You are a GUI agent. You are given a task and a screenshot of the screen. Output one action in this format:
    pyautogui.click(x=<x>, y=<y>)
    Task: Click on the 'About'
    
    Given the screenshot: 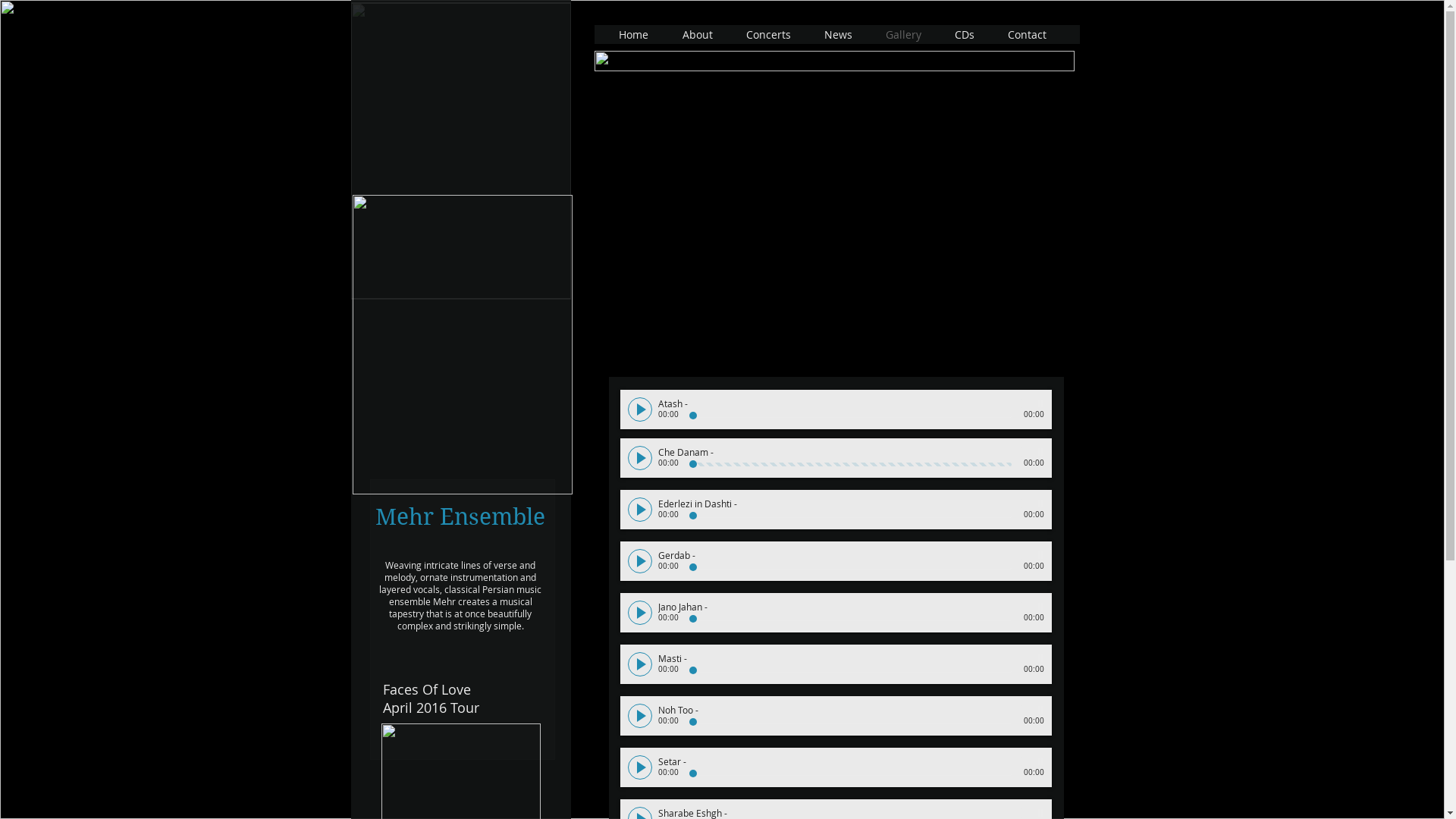 What is the action you would take?
    pyautogui.click(x=698, y=34)
    